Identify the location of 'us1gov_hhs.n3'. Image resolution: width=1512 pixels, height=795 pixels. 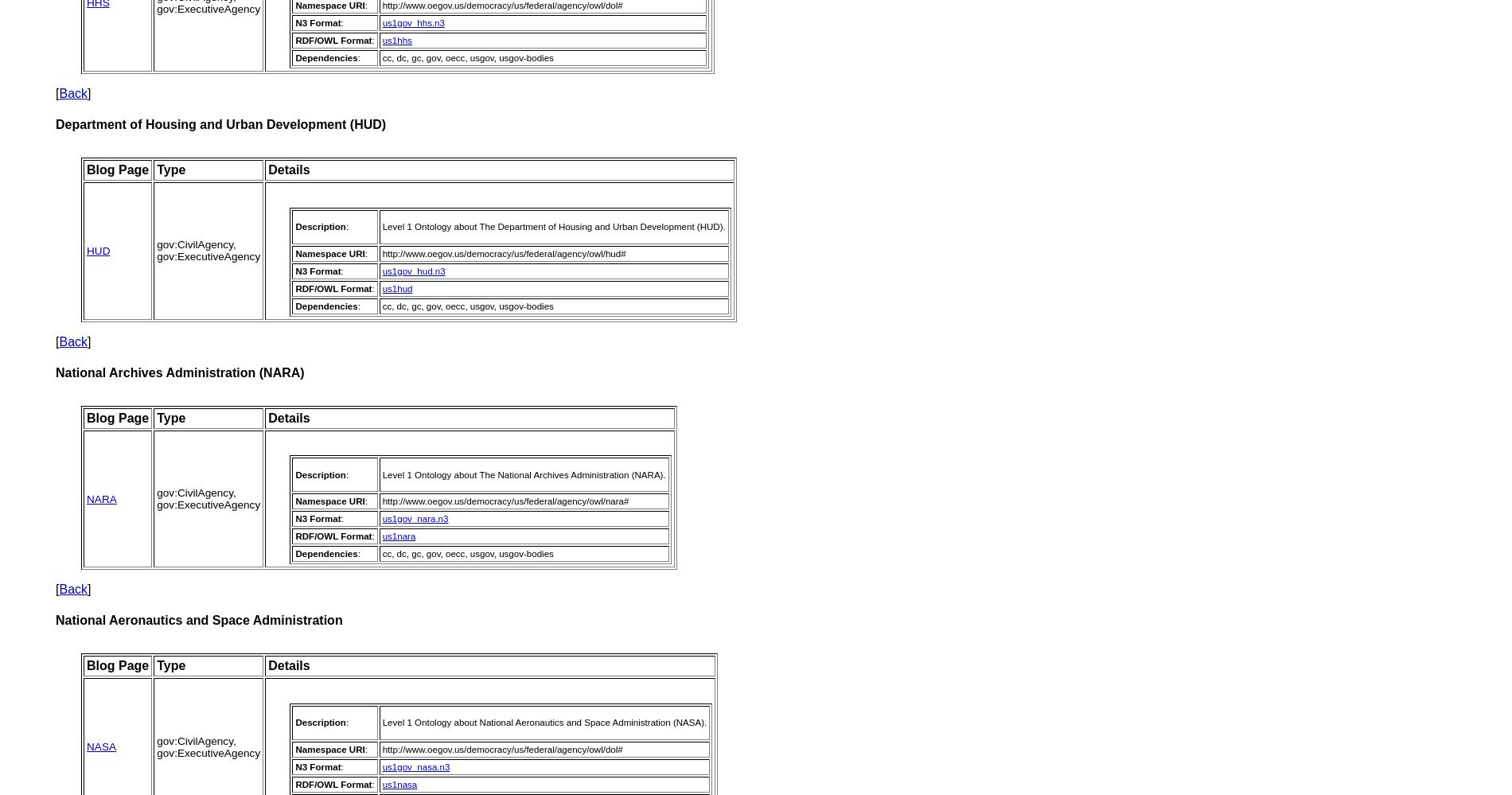
(413, 22).